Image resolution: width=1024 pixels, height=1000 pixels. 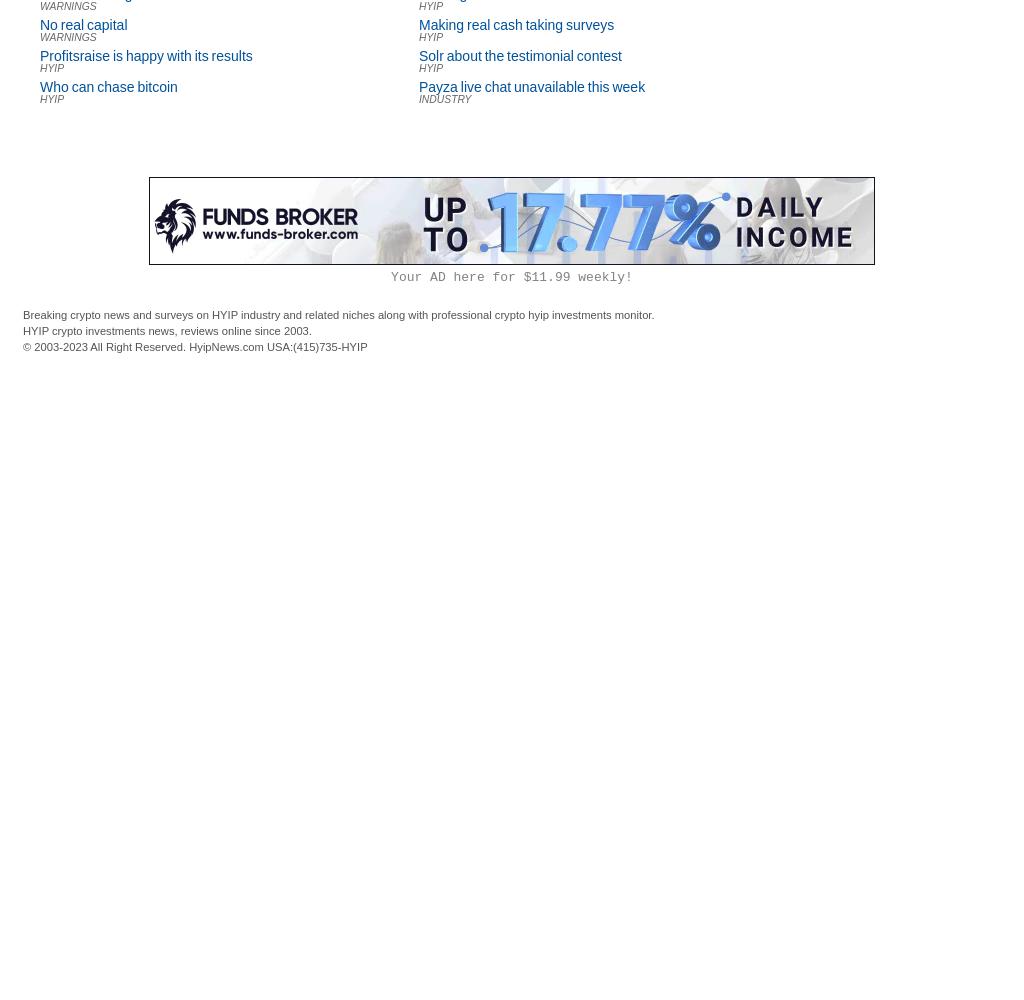 What do you see at coordinates (516, 25) in the screenshot?
I see `'Making real cash taking surveys'` at bounding box center [516, 25].